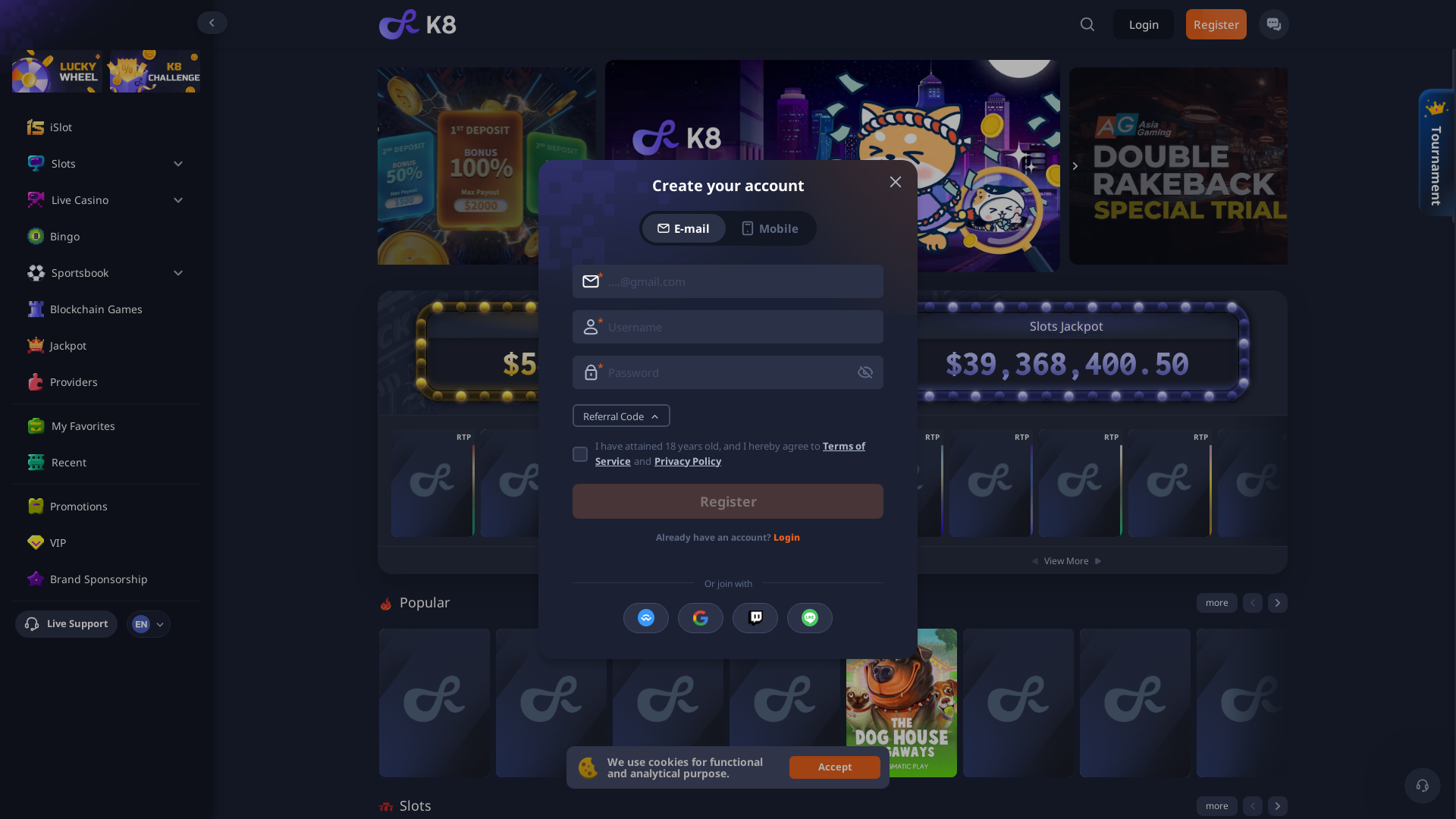 The width and height of the screenshot is (1456, 819). I want to click on 'Providers', so click(116, 381).